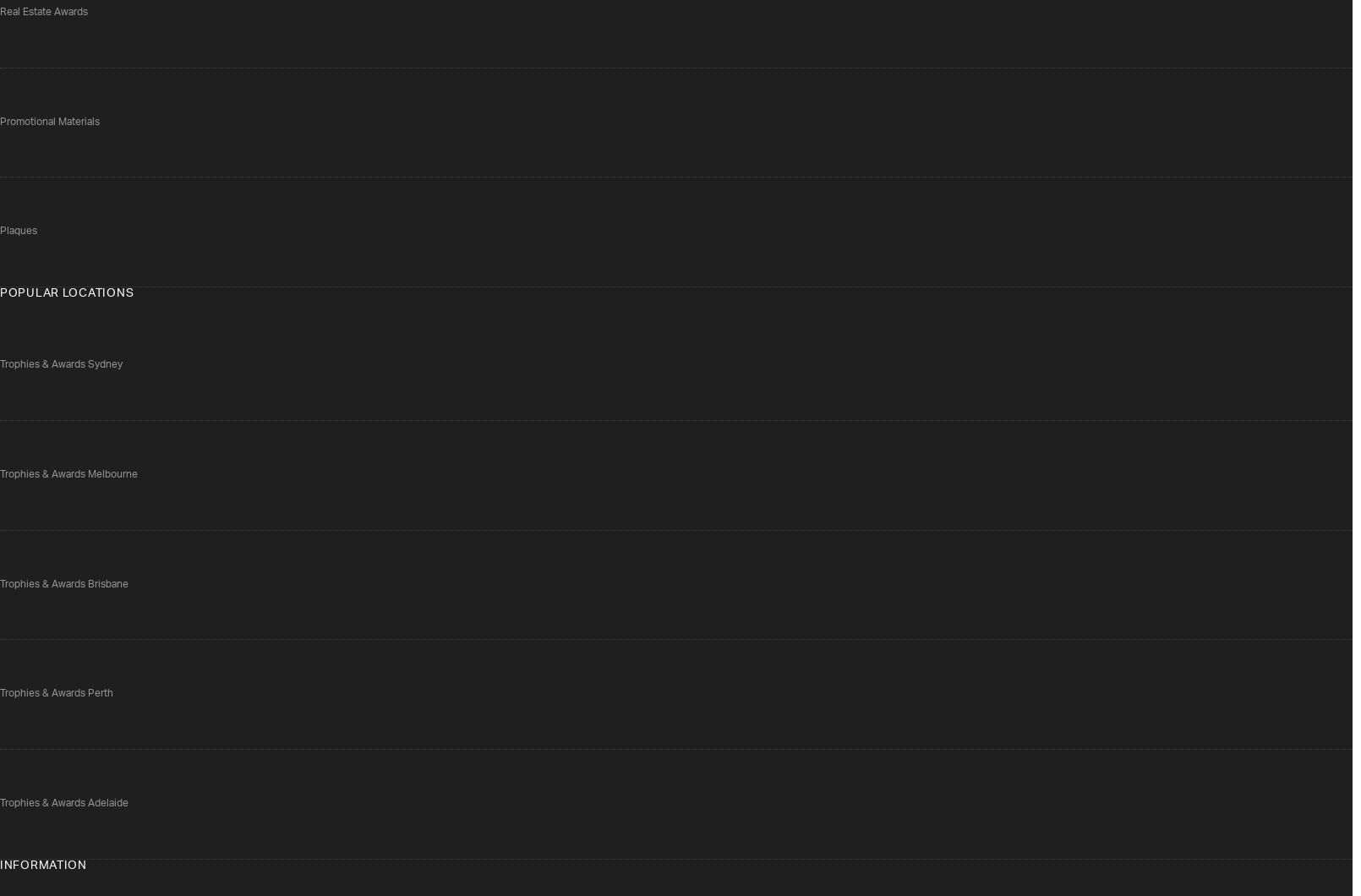 The image size is (1361, 896). What do you see at coordinates (66, 293) in the screenshot?
I see `'Popular Locations'` at bounding box center [66, 293].